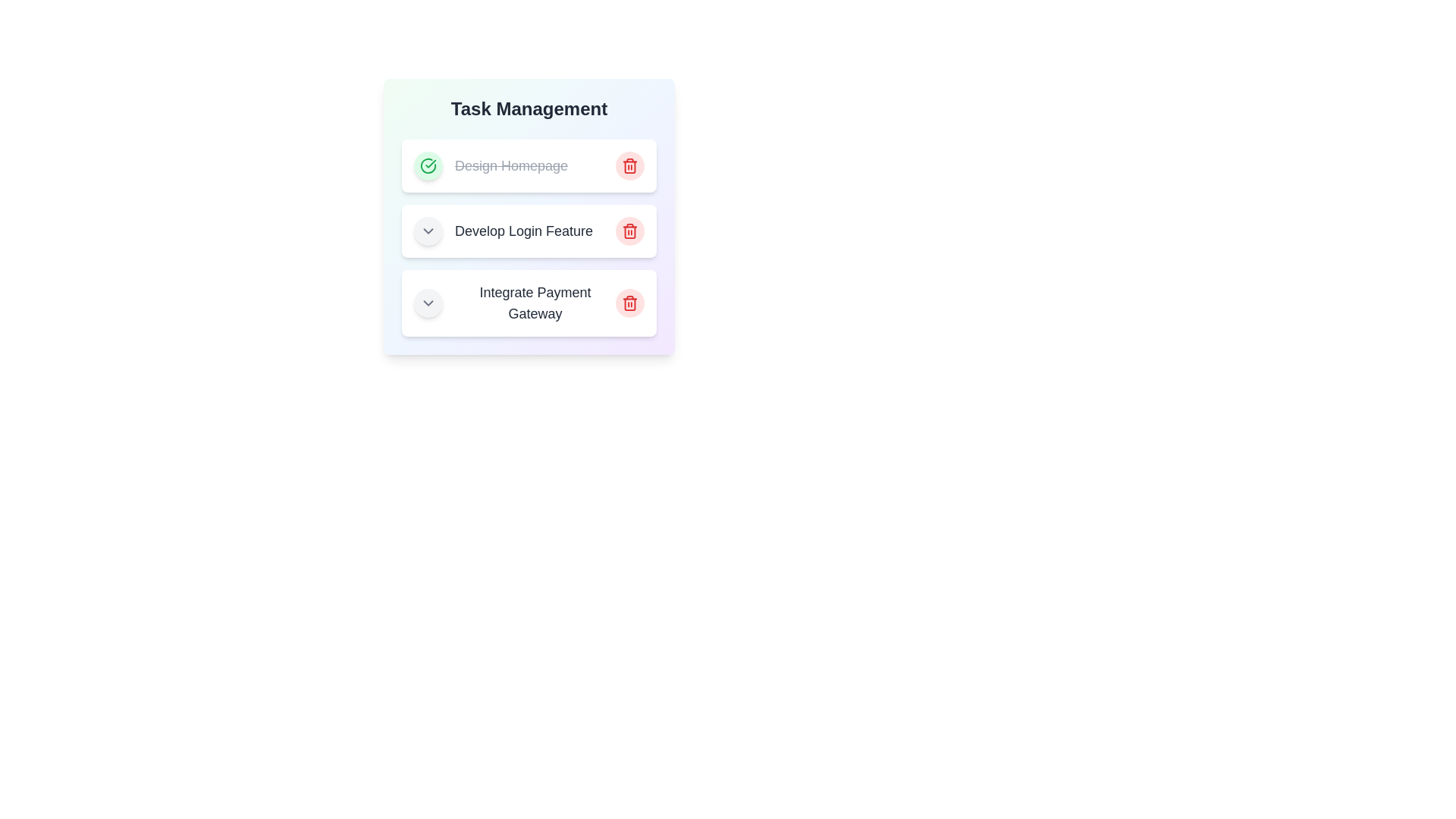 Image resolution: width=1456 pixels, height=819 pixels. Describe the element at coordinates (529, 166) in the screenshot. I see `the task Design Homepage to read its details` at that location.